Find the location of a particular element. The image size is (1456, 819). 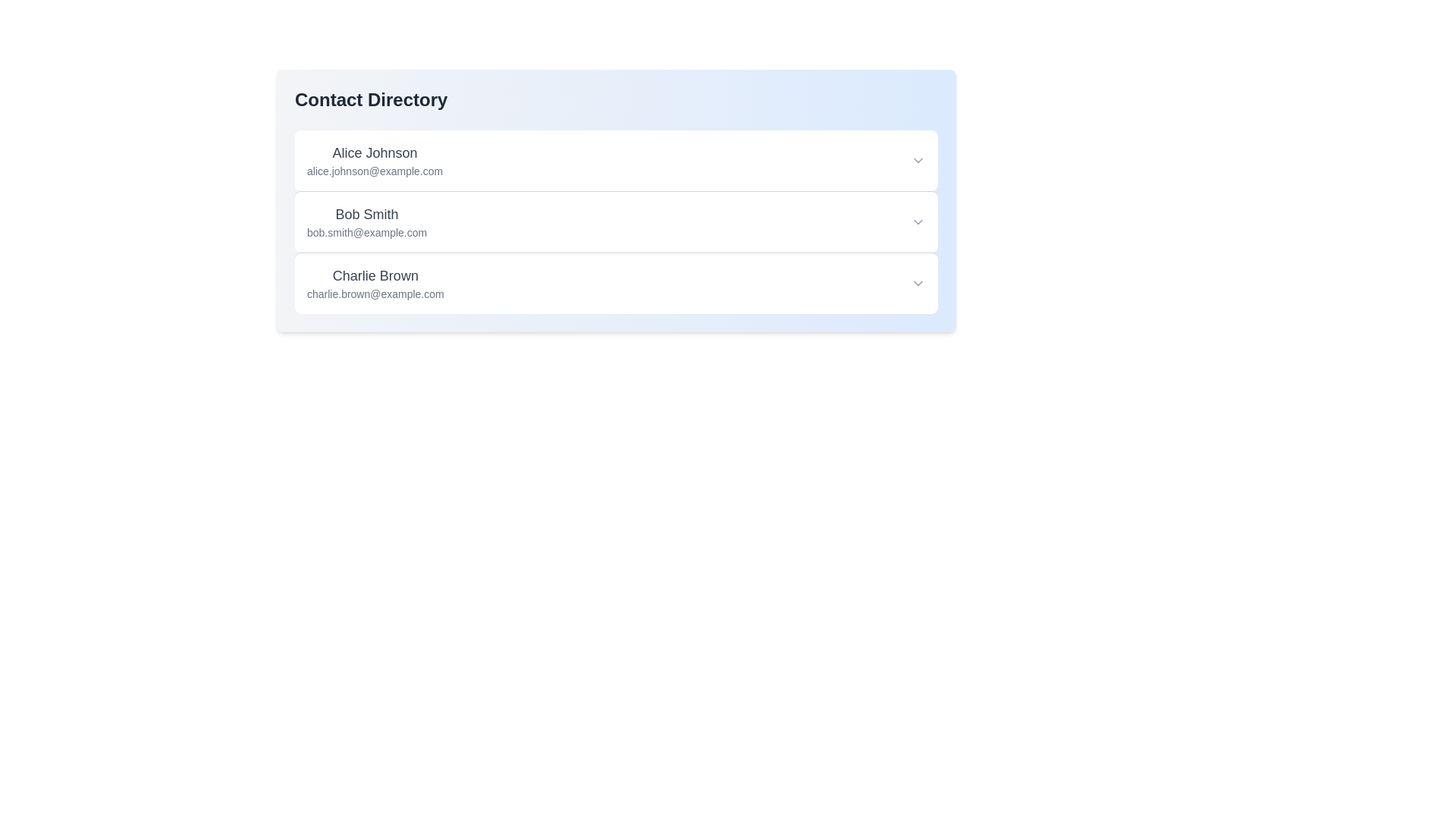

displayed contact information for Charlie Brown from the Text block in the 'Contact Directory' module, which is the third entry below Bob Smith is located at coordinates (375, 284).